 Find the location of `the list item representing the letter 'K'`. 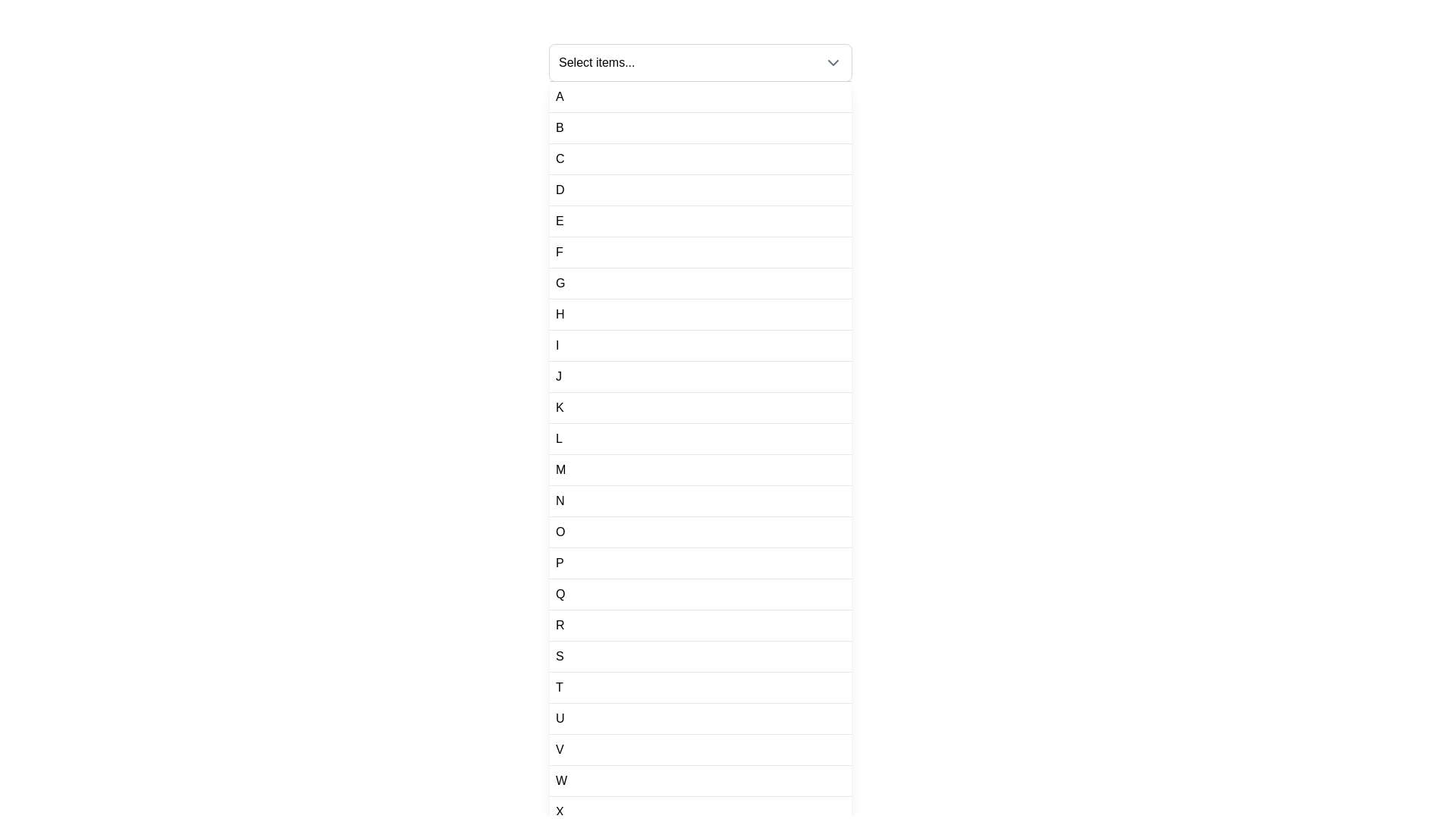

the list item representing the letter 'K' is located at coordinates (700, 406).